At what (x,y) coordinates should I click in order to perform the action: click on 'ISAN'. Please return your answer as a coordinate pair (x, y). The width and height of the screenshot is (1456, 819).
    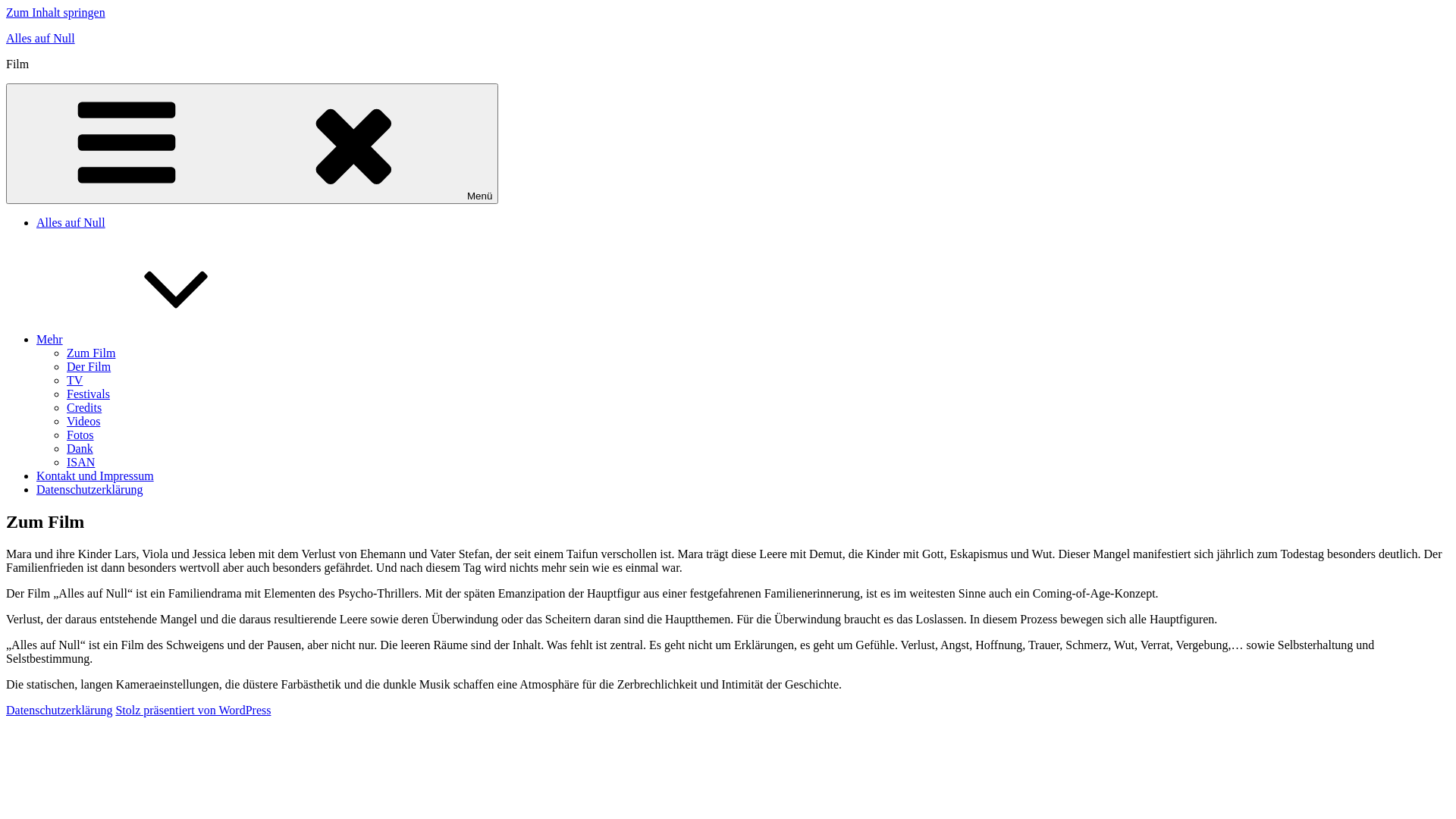
    Looking at the image, I should click on (80, 461).